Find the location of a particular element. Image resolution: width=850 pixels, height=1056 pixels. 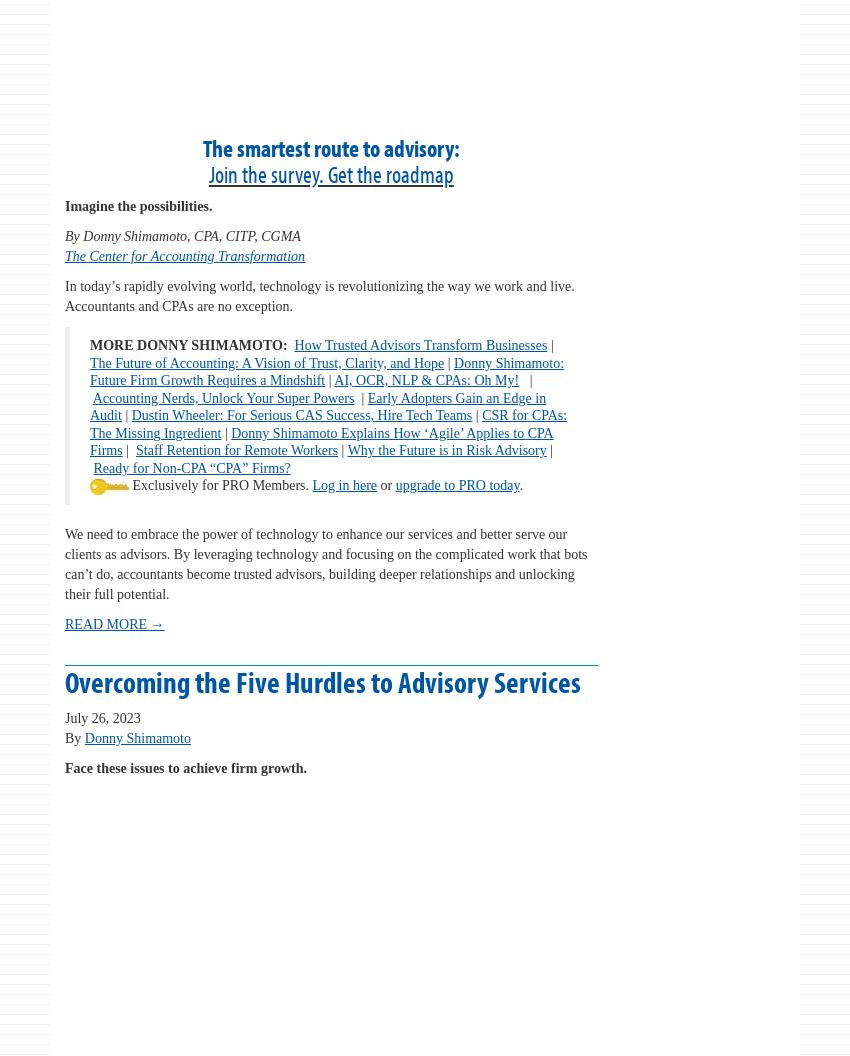

'Donny Shimamoto Explains How ‘Agile’ Applies to CPA Firms' is located at coordinates (321, 441).